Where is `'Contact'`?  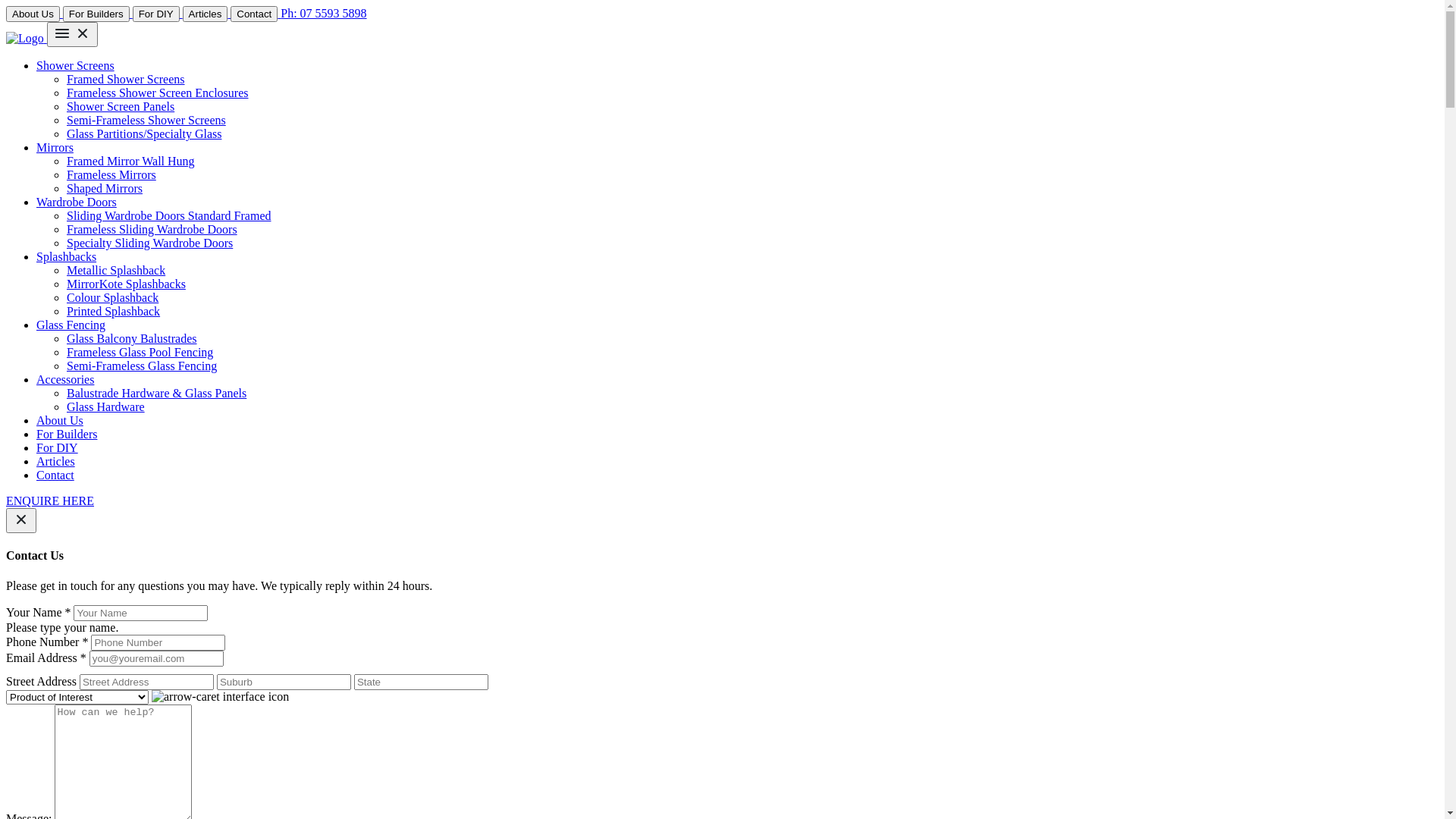 'Contact' is located at coordinates (55, 474).